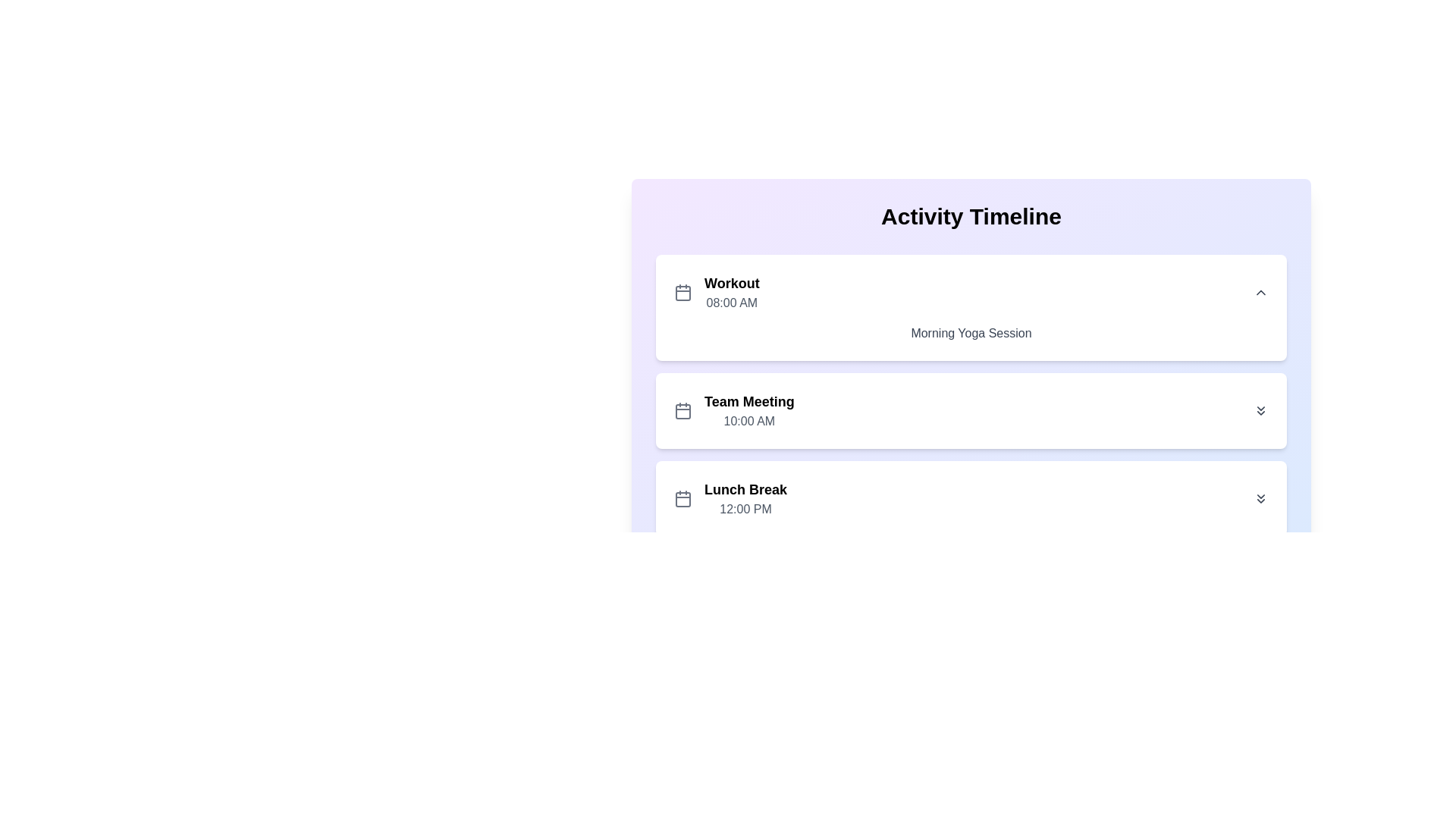 The image size is (1456, 819). What do you see at coordinates (732, 303) in the screenshot?
I see `the text label displaying the time '08:00 AM' located below the 'Workout' label in the activity timeline interface` at bounding box center [732, 303].